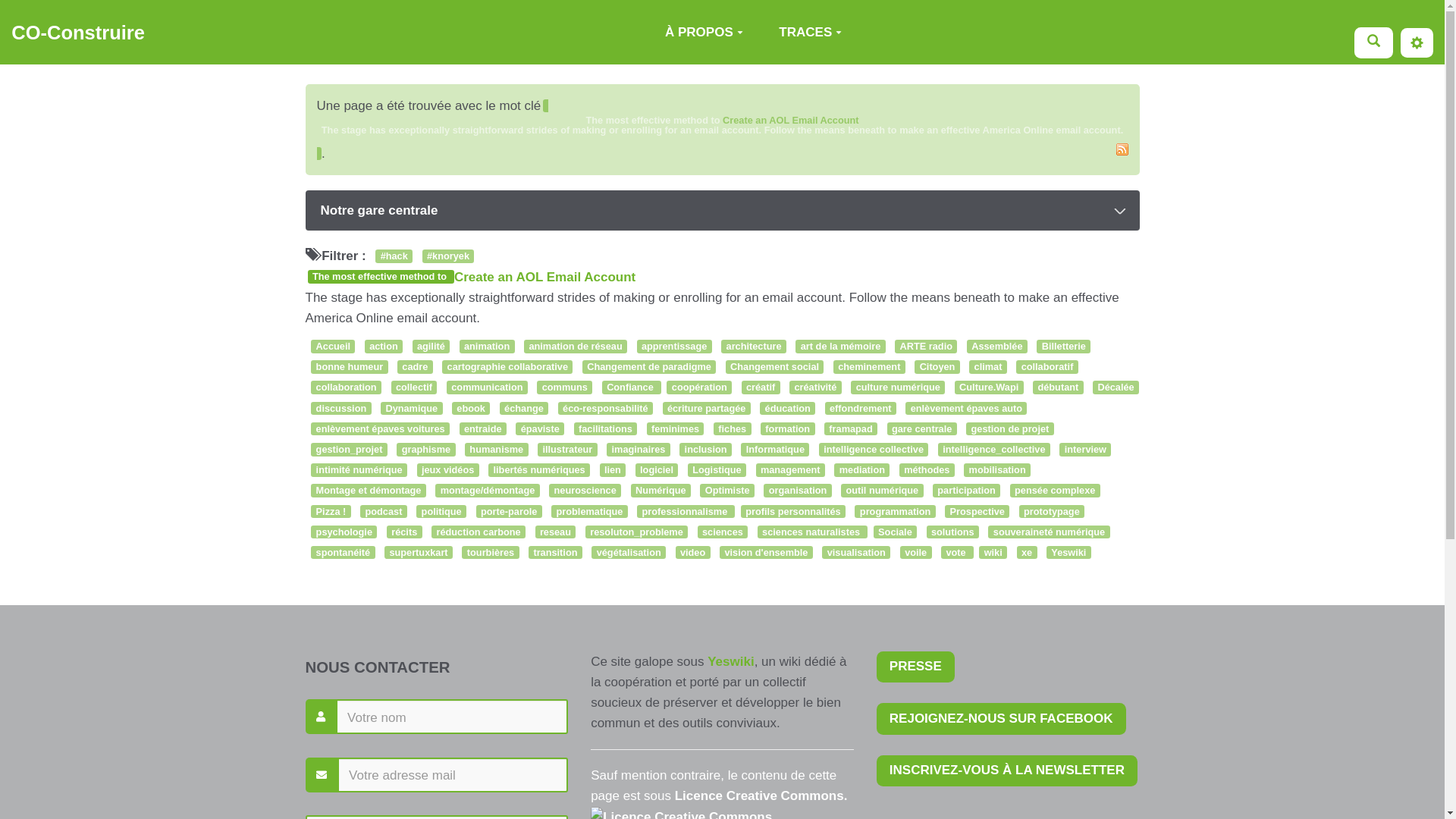 The image size is (1456, 819). I want to click on 'resoluton_probleme', so click(585, 532).